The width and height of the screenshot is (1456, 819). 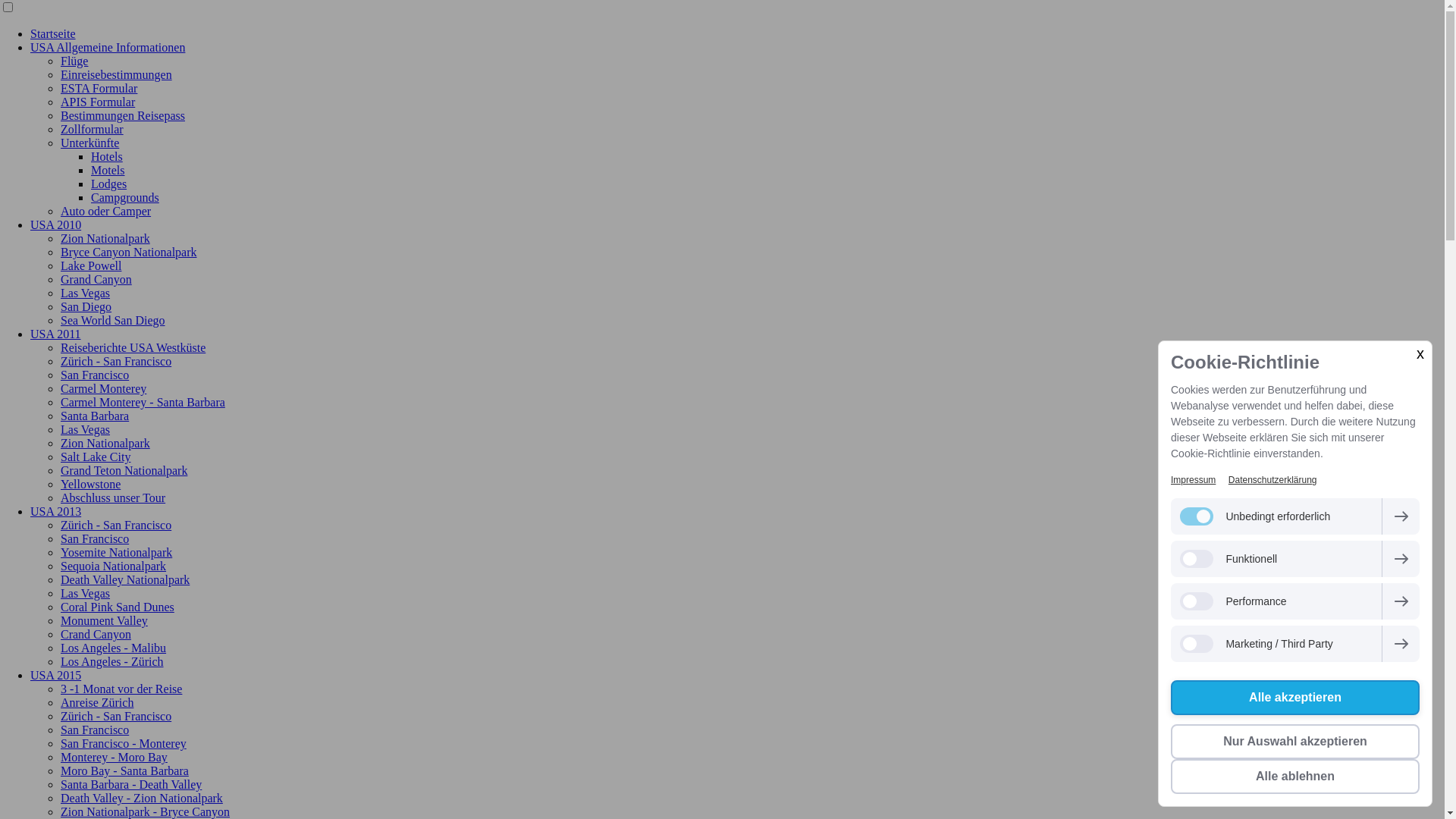 What do you see at coordinates (98, 88) in the screenshot?
I see `'ESTA Formular'` at bounding box center [98, 88].